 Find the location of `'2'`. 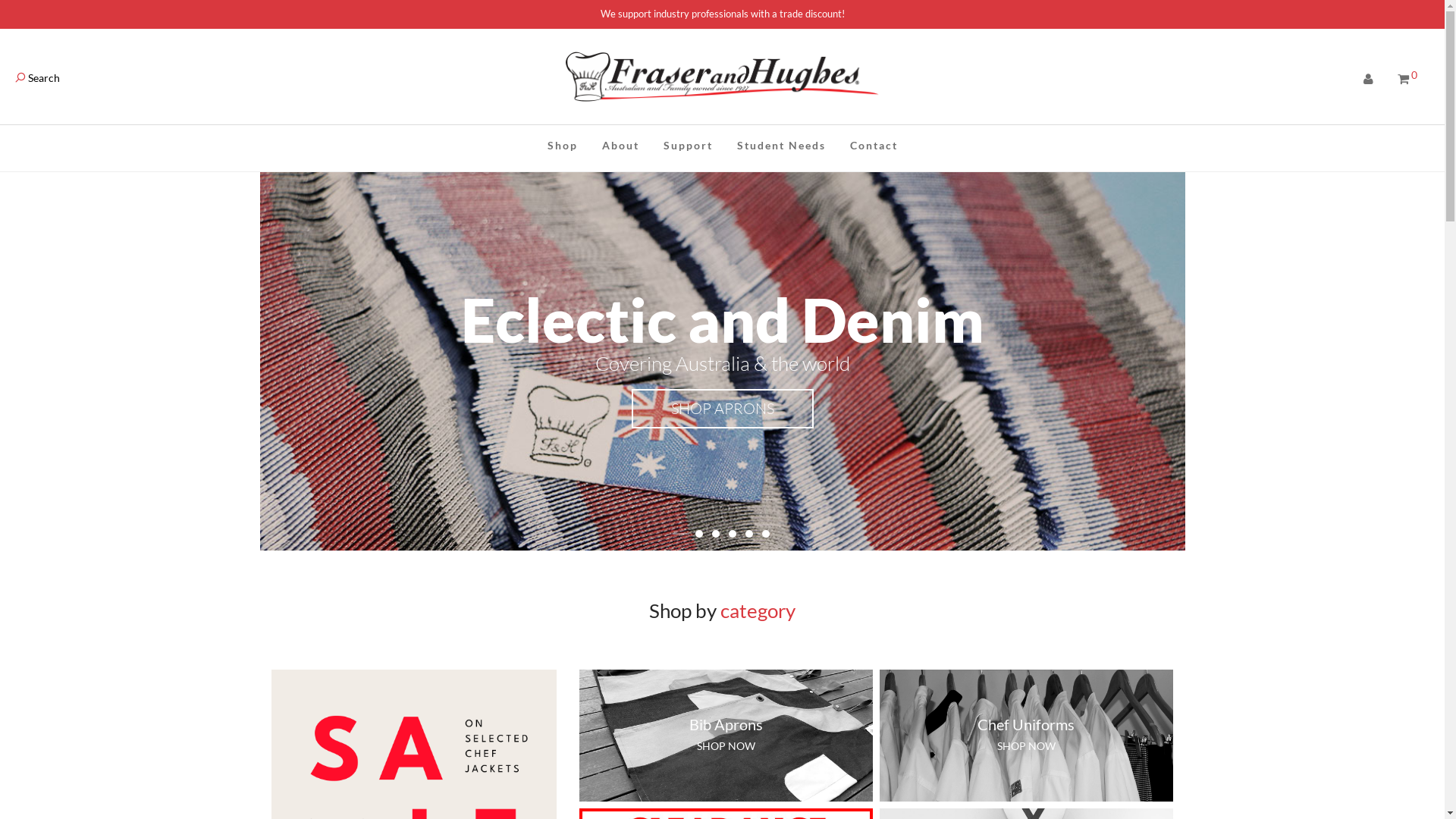

'2' is located at coordinates (698, 533).